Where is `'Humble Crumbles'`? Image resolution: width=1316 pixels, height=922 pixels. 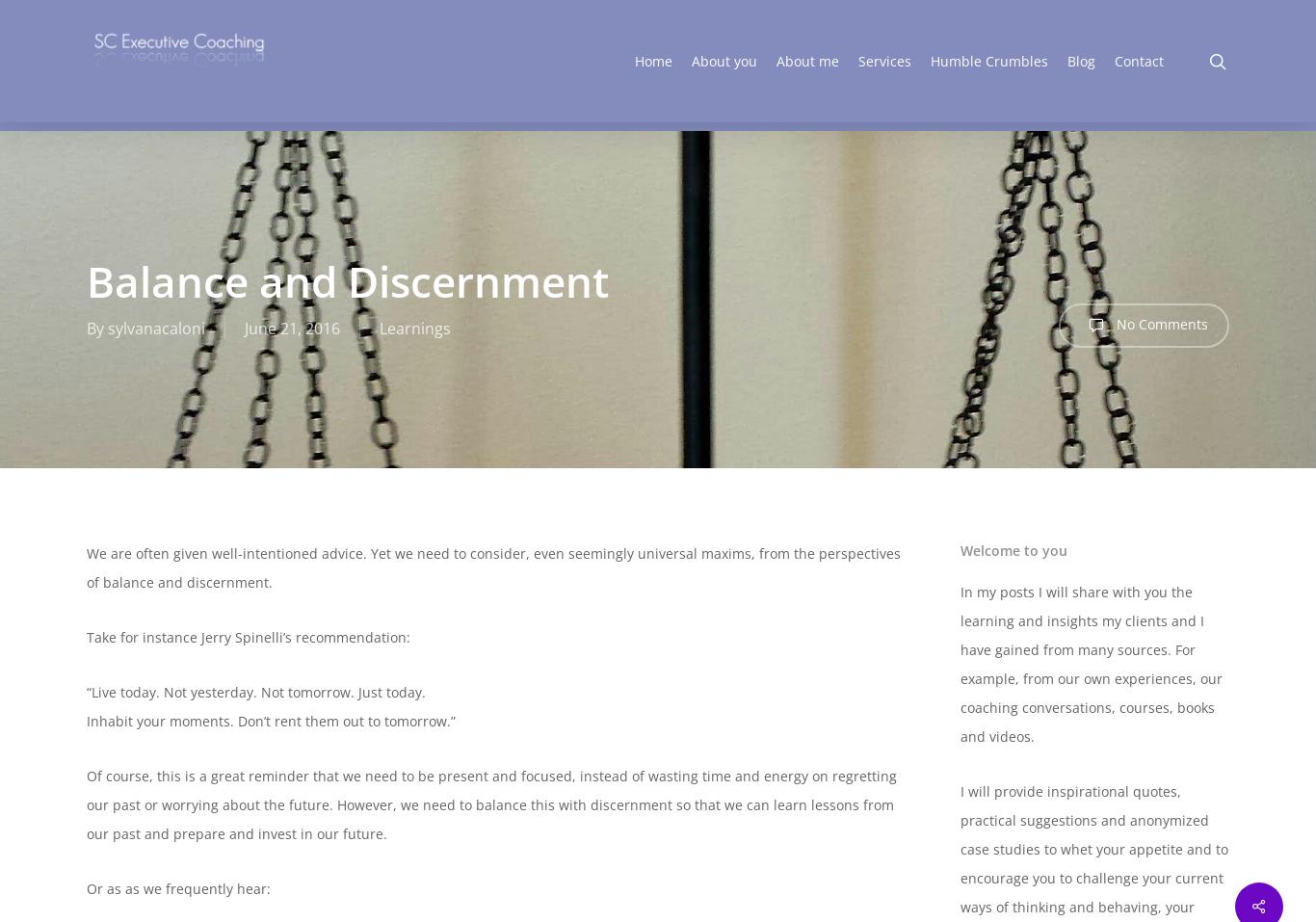 'Humble Crumbles' is located at coordinates (987, 64).